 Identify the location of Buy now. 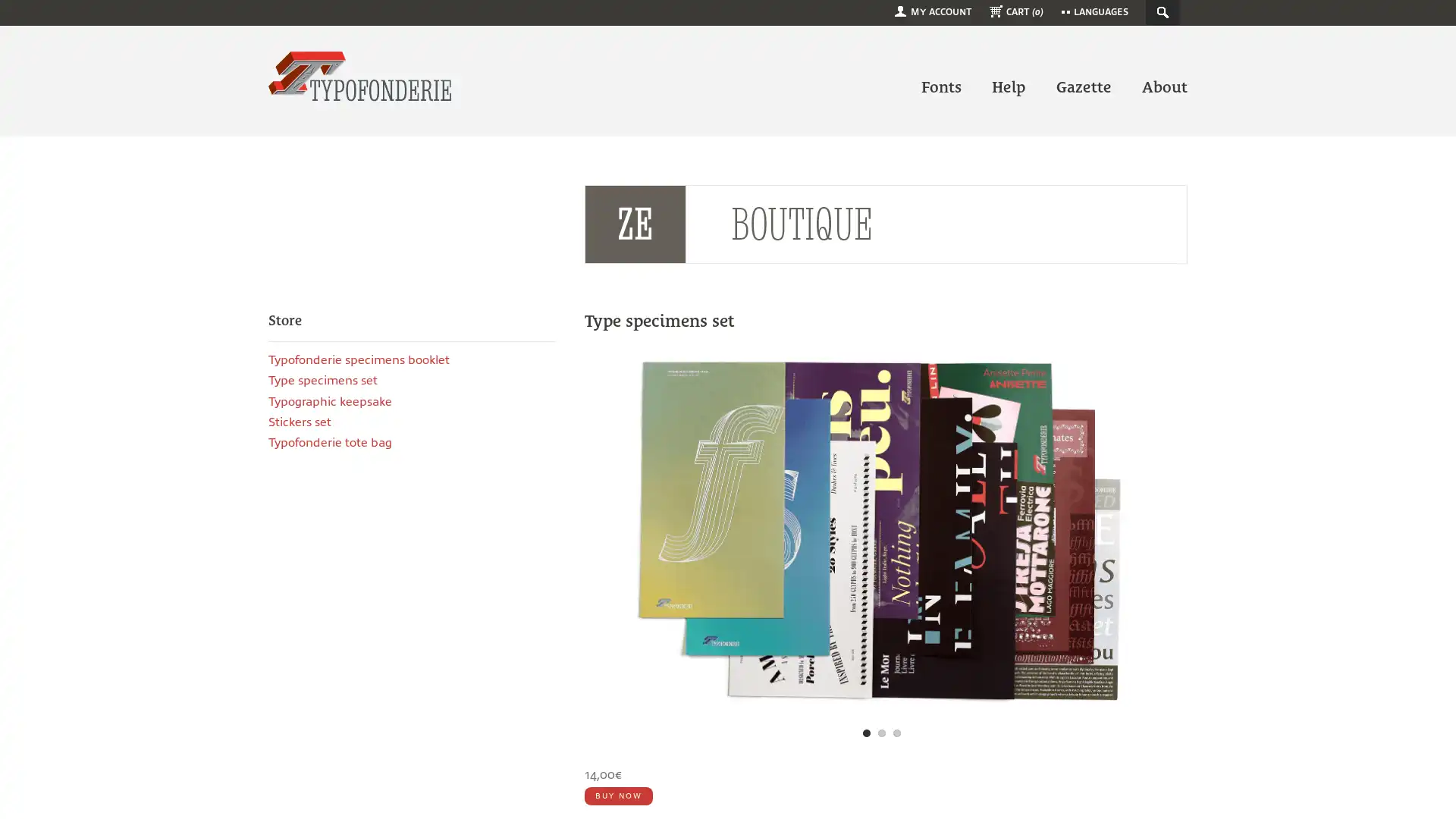
(618, 795).